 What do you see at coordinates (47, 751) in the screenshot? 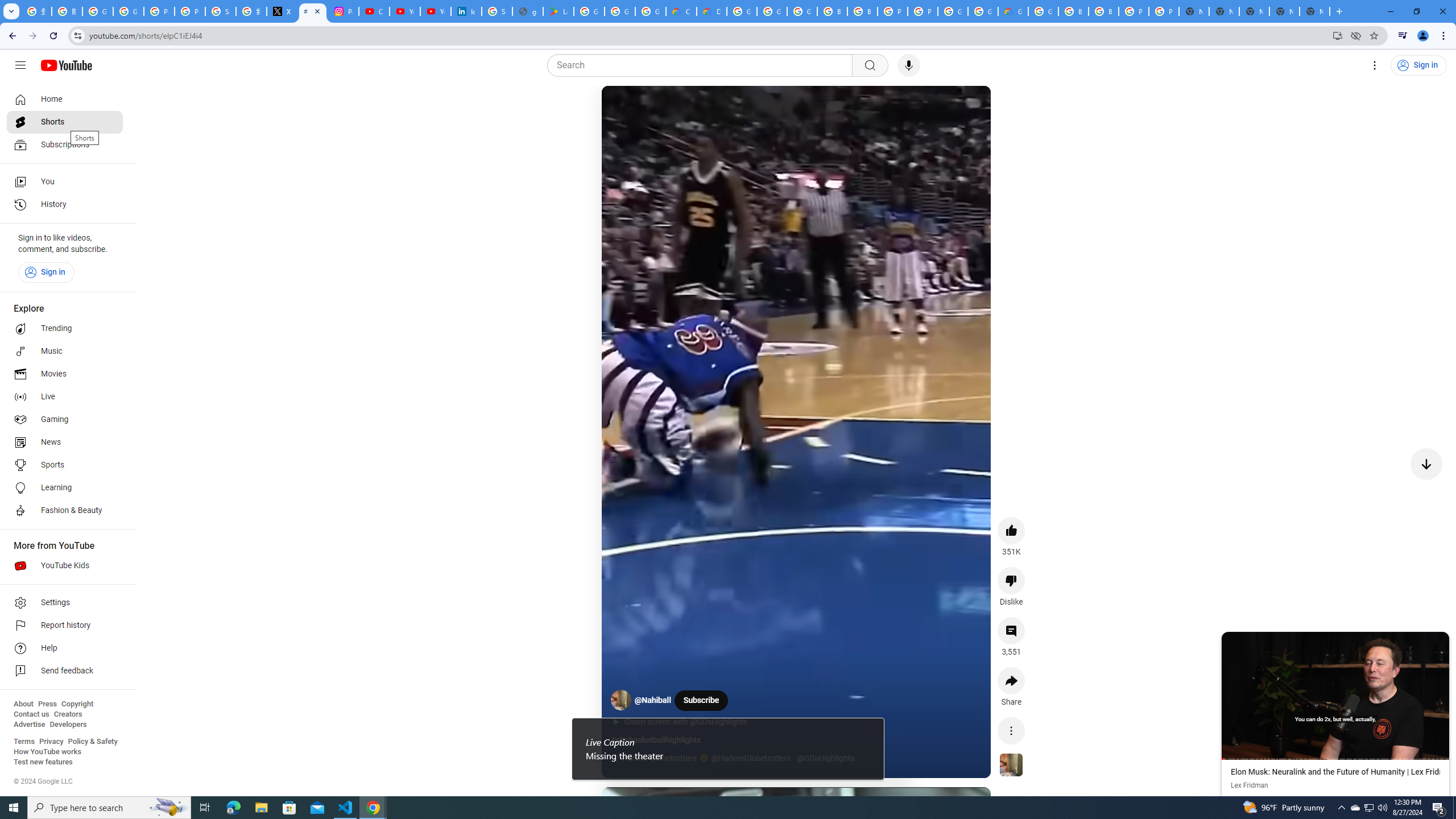
I see `'How YouTube works'` at bounding box center [47, 751].